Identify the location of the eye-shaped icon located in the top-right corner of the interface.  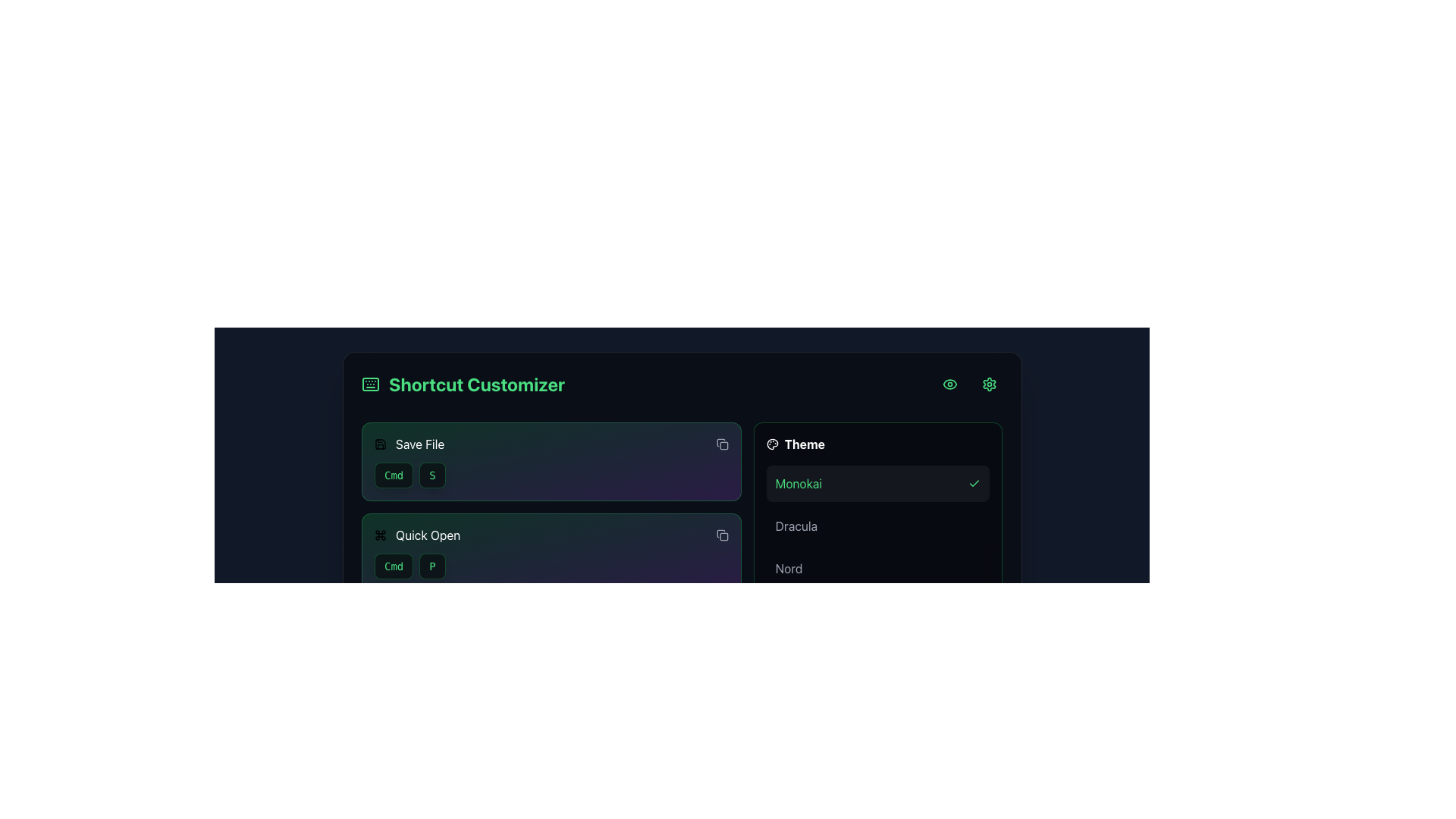
(949, 383).